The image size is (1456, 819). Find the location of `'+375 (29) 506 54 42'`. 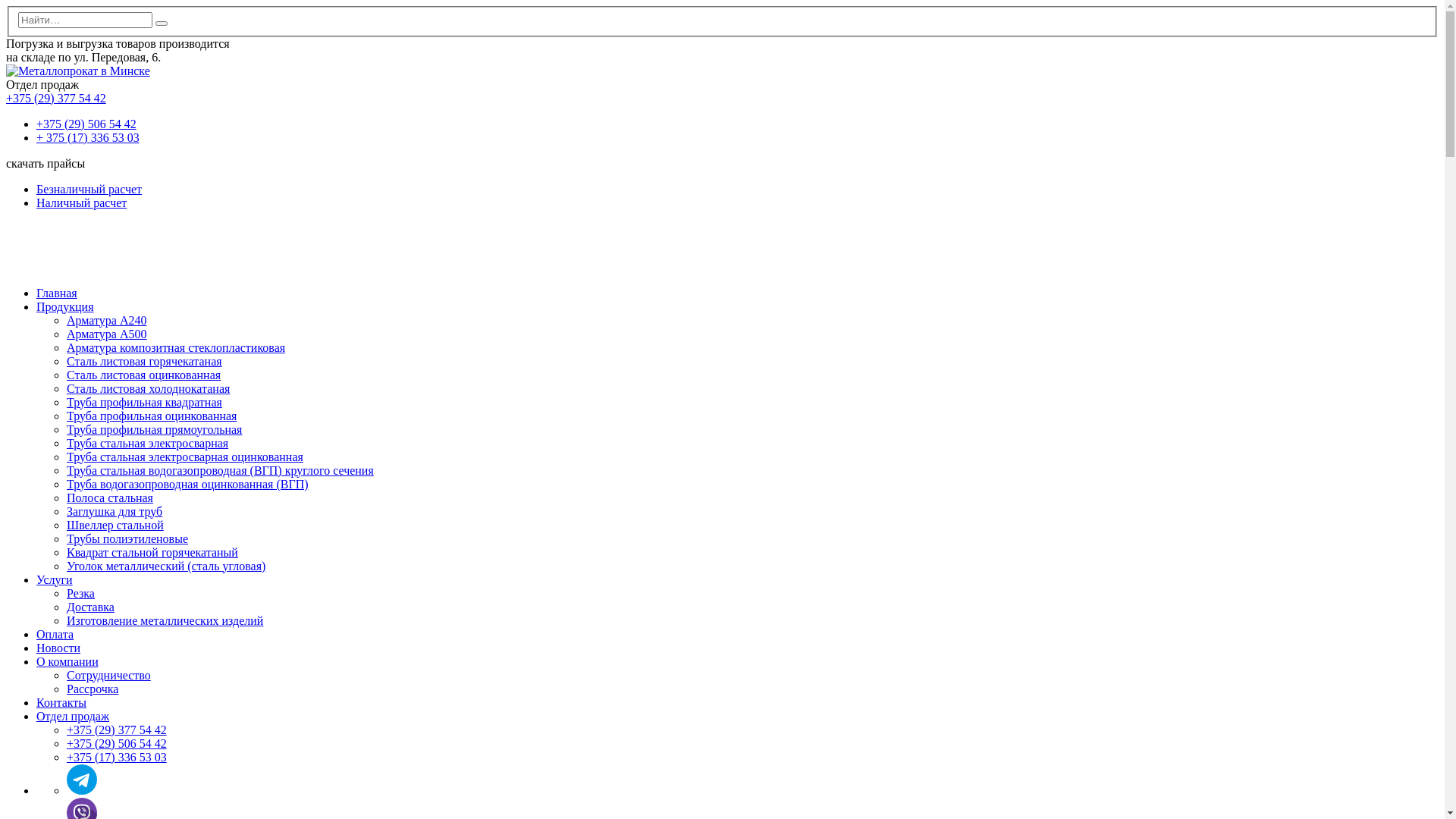

'+375 (29) 506 54 42' is located at coordinates (86, 123).